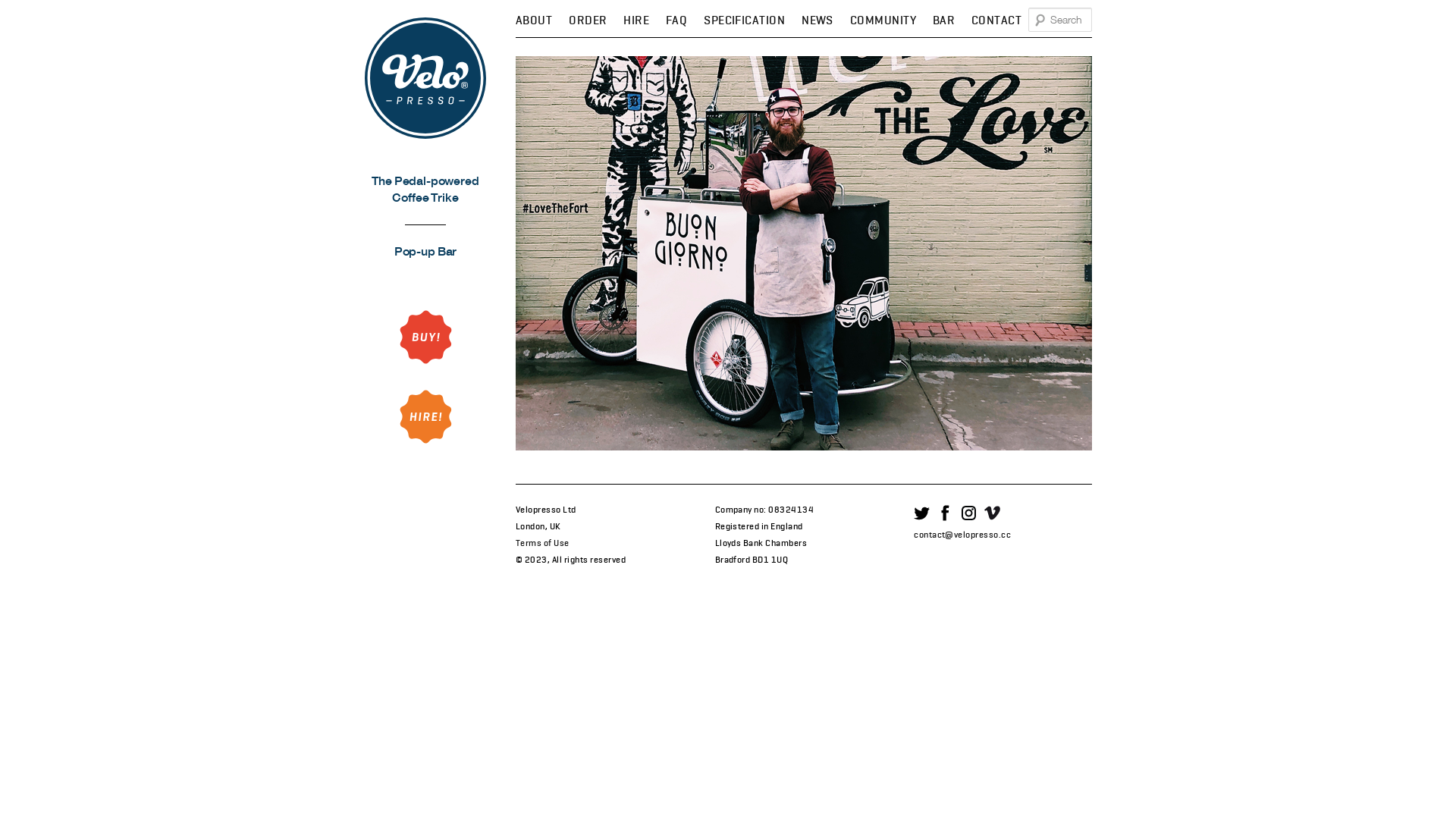  I want to click on 'ABOUT', so click(541, 20).